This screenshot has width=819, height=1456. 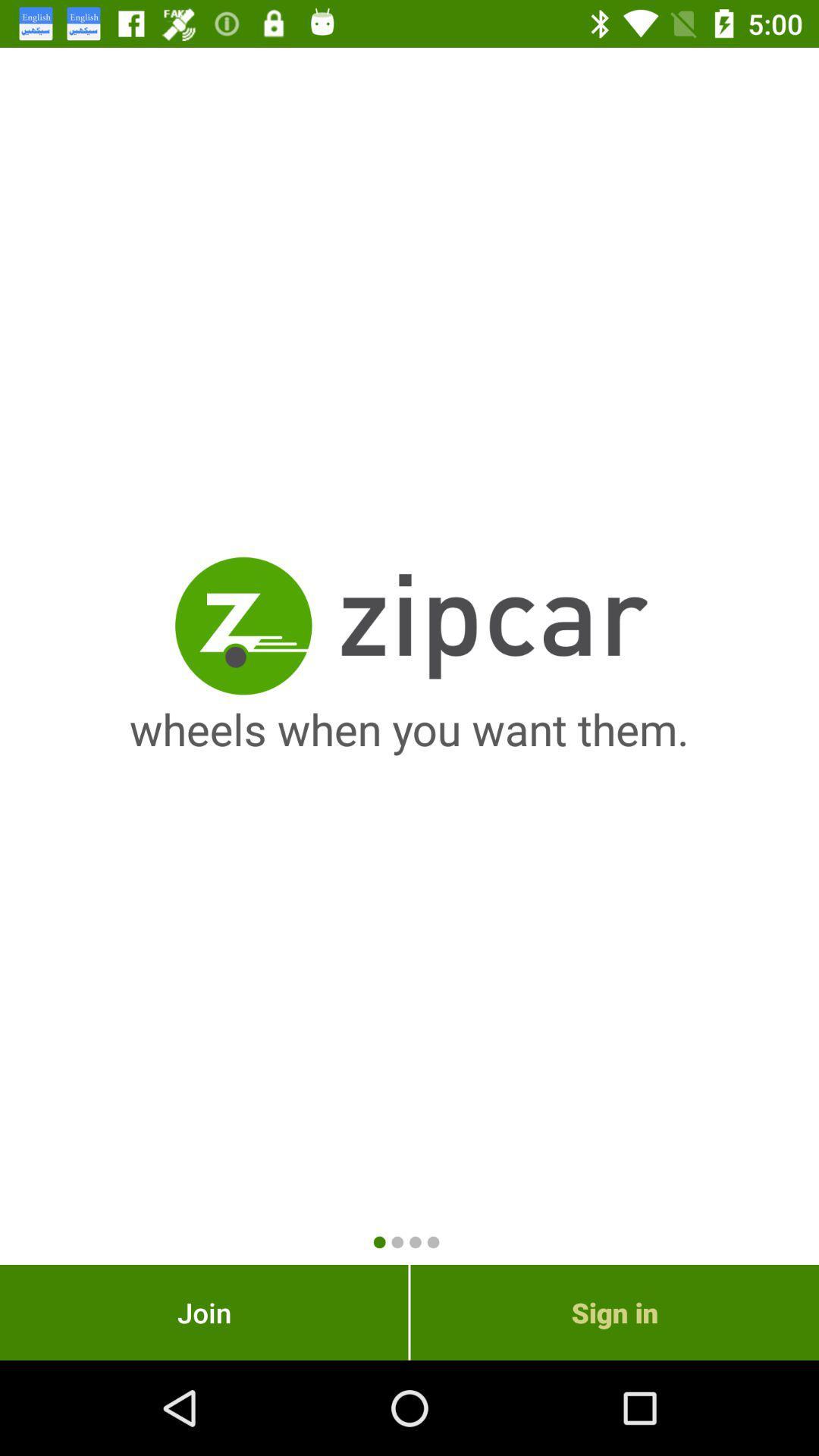 What do you see at coordinates (614, 1312) in the screenshot?
I see `the icon at the bottom right corner` at bounding box center [614, 1312].